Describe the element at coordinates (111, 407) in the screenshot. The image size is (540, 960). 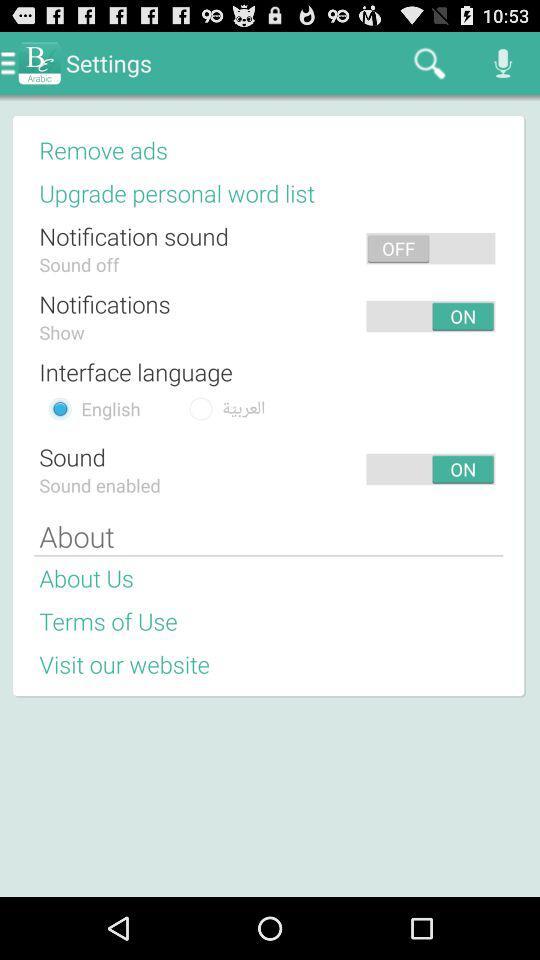
I see `app below interface language item` at that location.